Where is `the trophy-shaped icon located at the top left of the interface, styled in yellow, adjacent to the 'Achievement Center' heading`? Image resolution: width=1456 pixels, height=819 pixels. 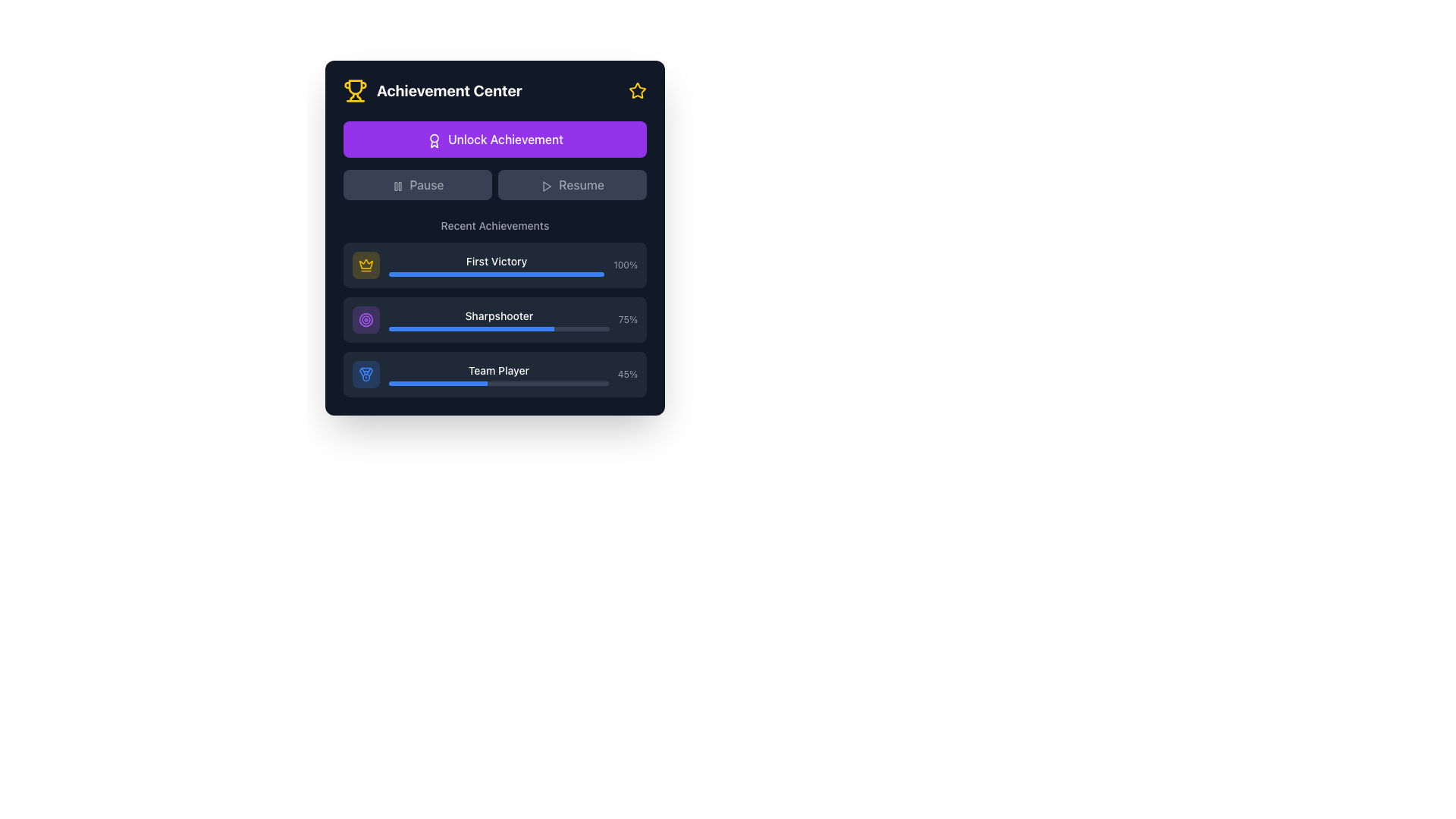
the trophy-shaped icon located at the top left of the interface, styled in yellow, adjacent to the 'Achievement Center' heading is located at coordinates (355, 87).